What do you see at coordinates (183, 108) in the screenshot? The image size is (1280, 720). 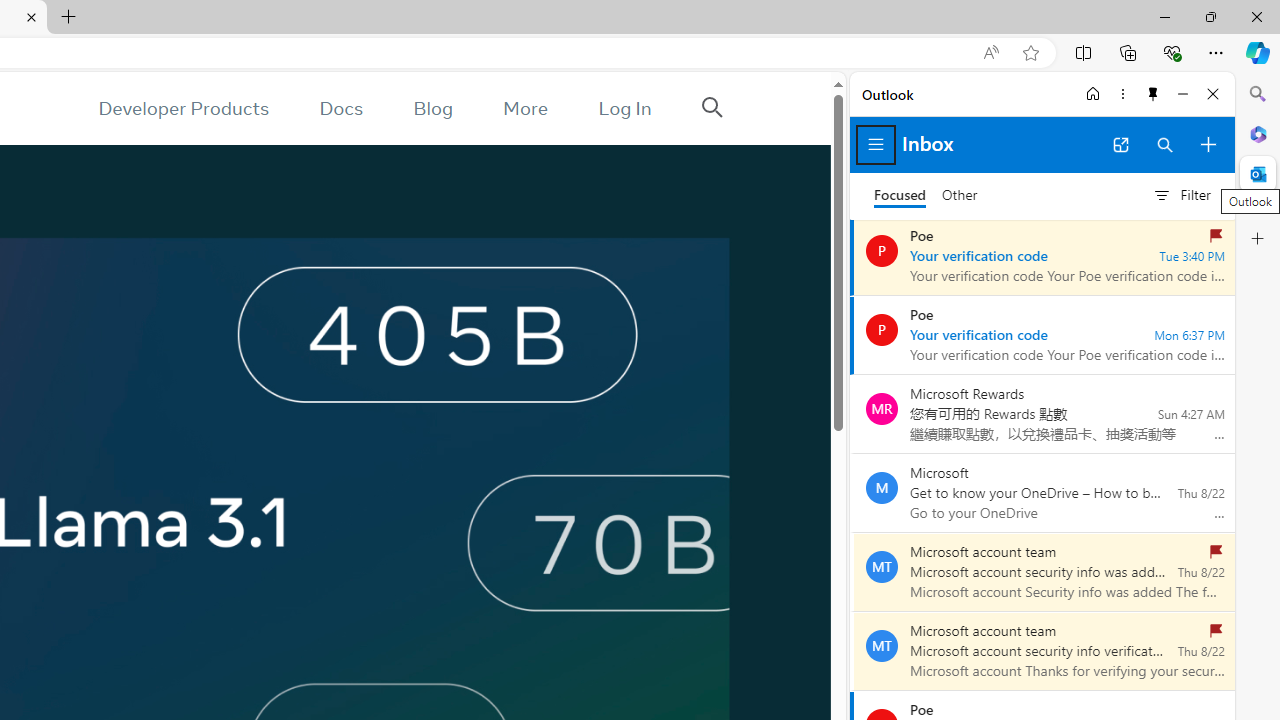 I see `'Developer Products'` at bounding box center [183, 108].